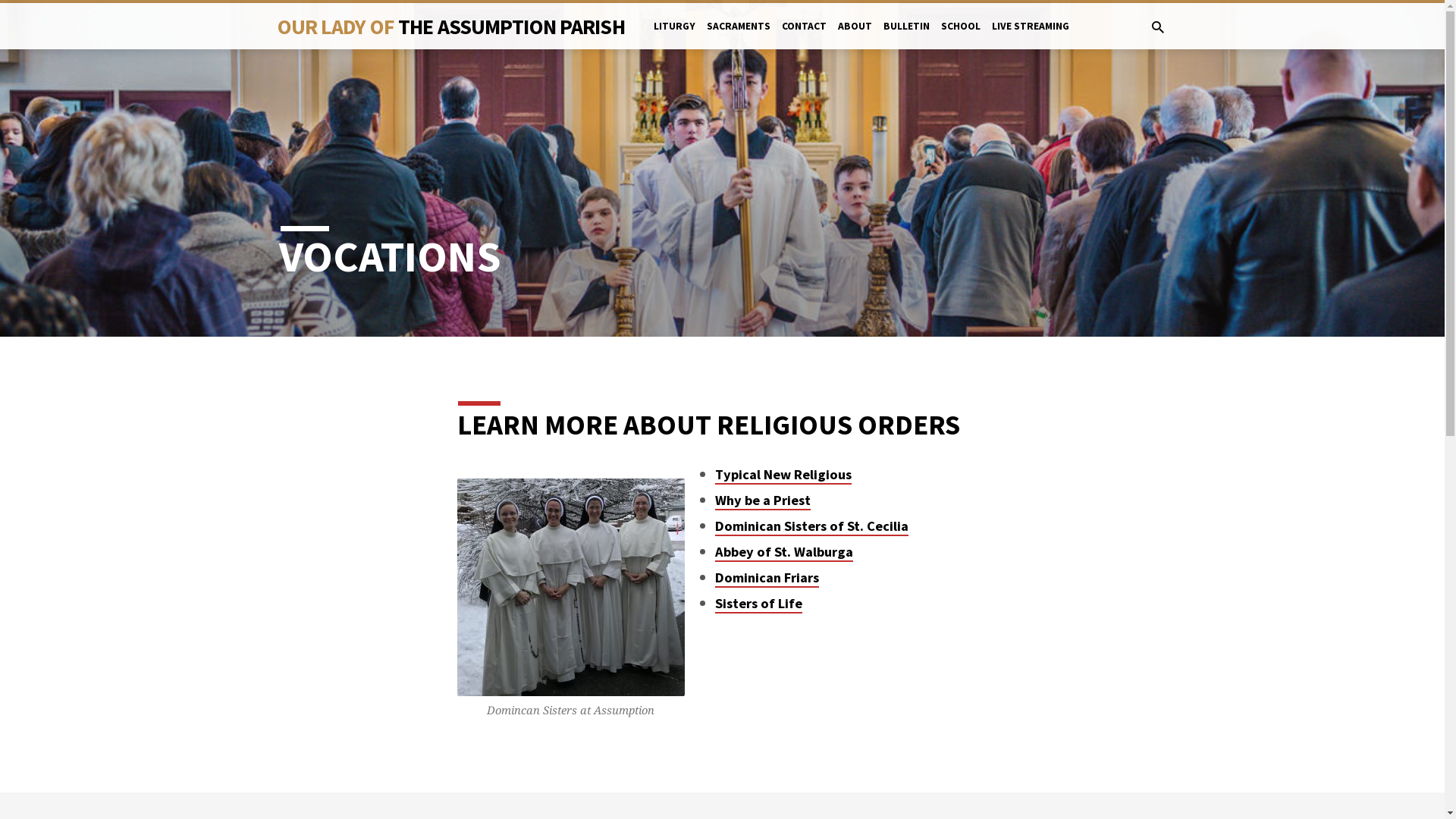  I want to click on 'Abbey of St. Walburga', so click(783, 552).